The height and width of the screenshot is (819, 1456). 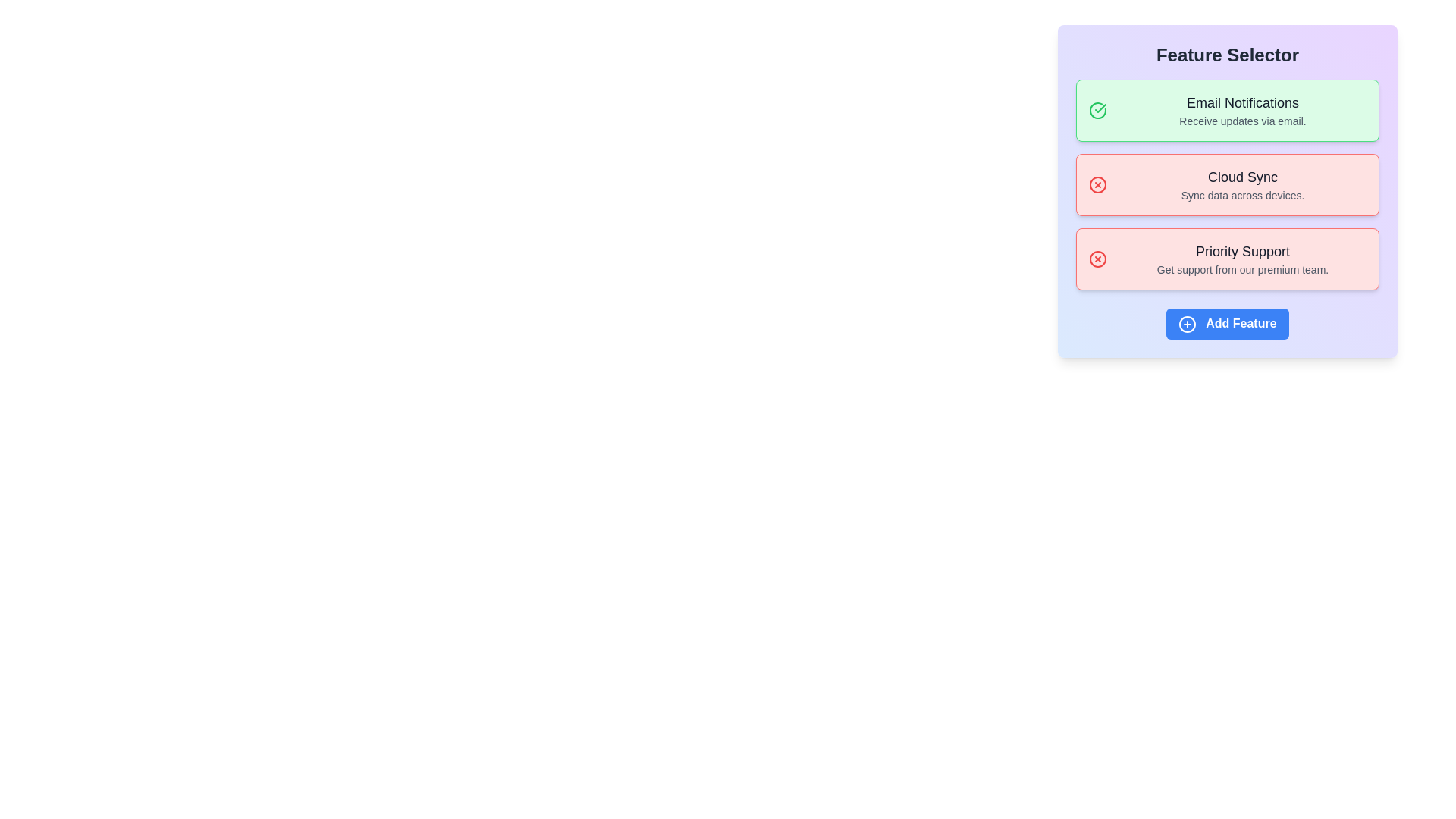 I want to click on the icon representing the action of adding a feature, which is centrally located within the blue 'Add Feature' button at the bottom of the feature selection panel, so click(x=1187, y=323).